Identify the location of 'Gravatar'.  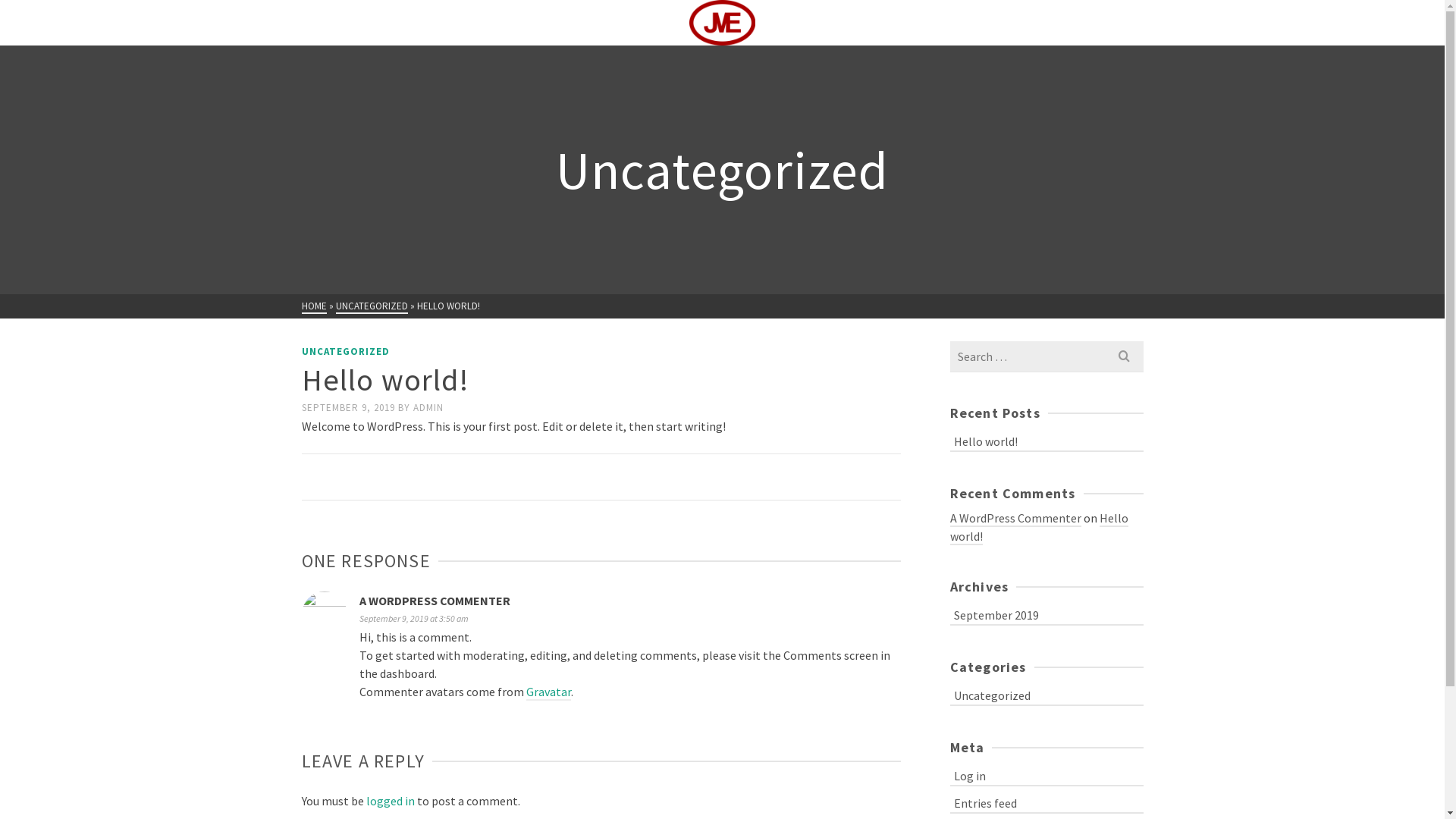
(548, 692).